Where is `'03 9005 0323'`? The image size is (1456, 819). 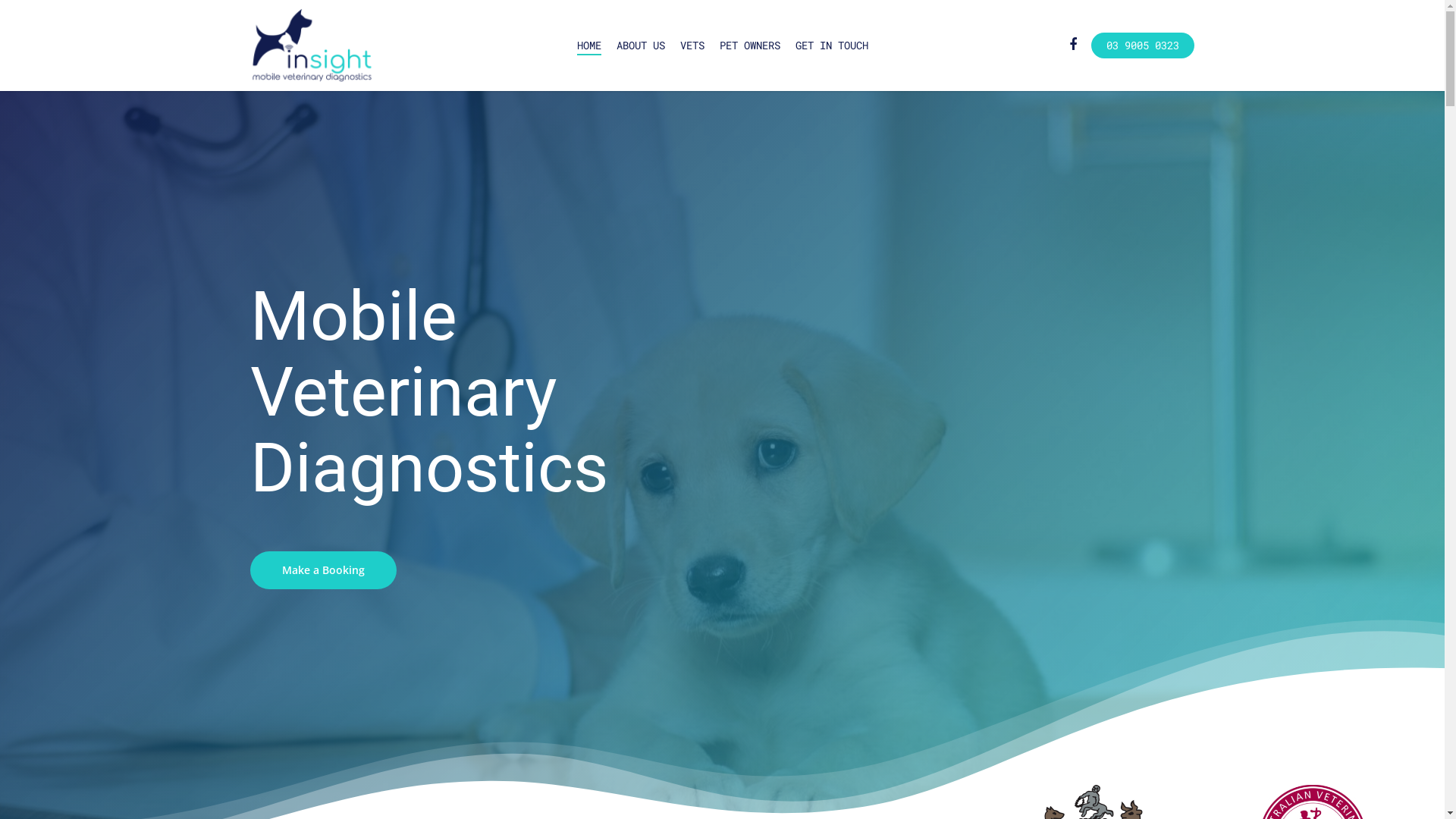
'03 9005 0323' is located at coordinates (1143, 45).